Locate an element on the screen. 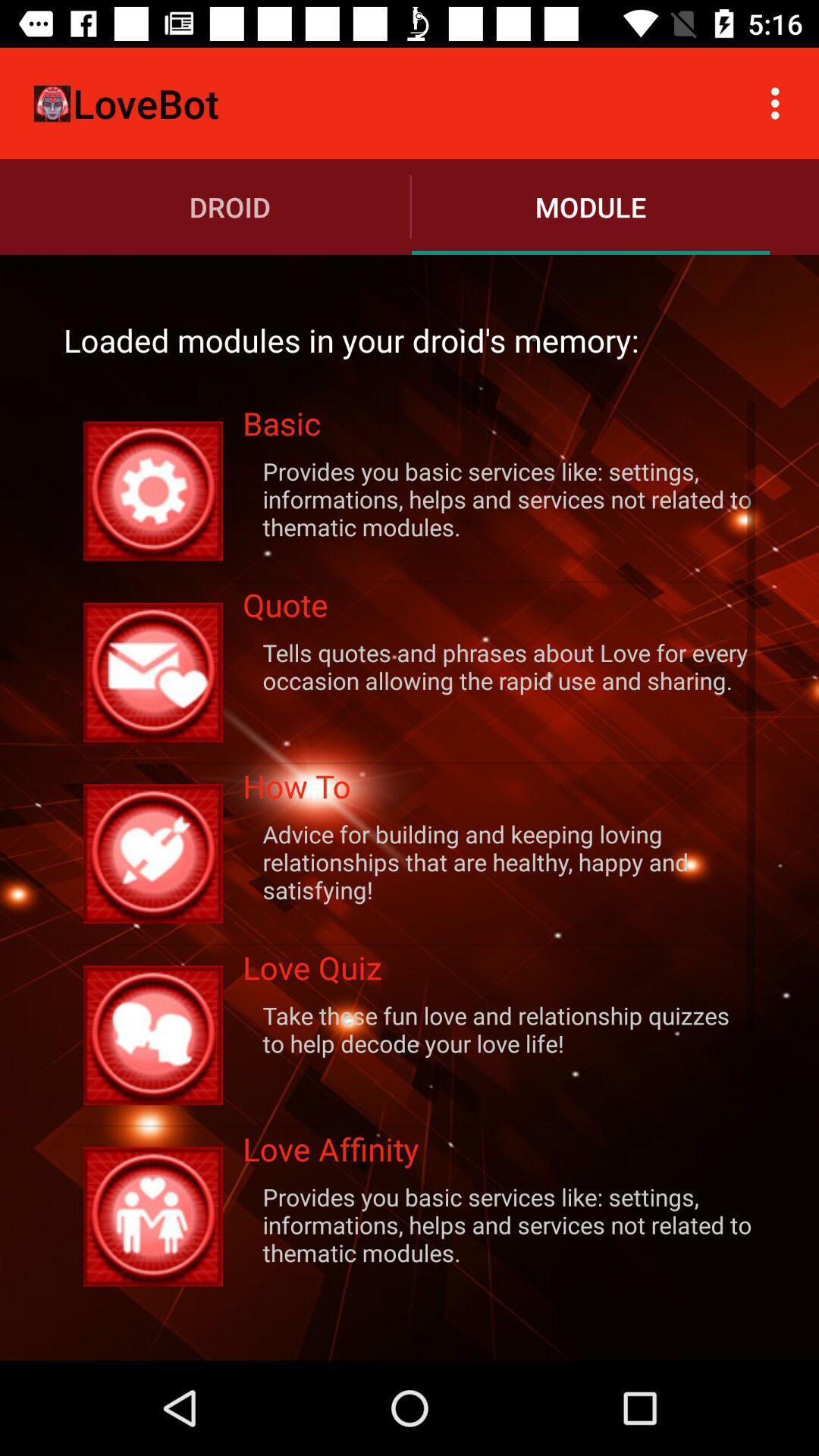  quote is located at coordinates (499, 610).